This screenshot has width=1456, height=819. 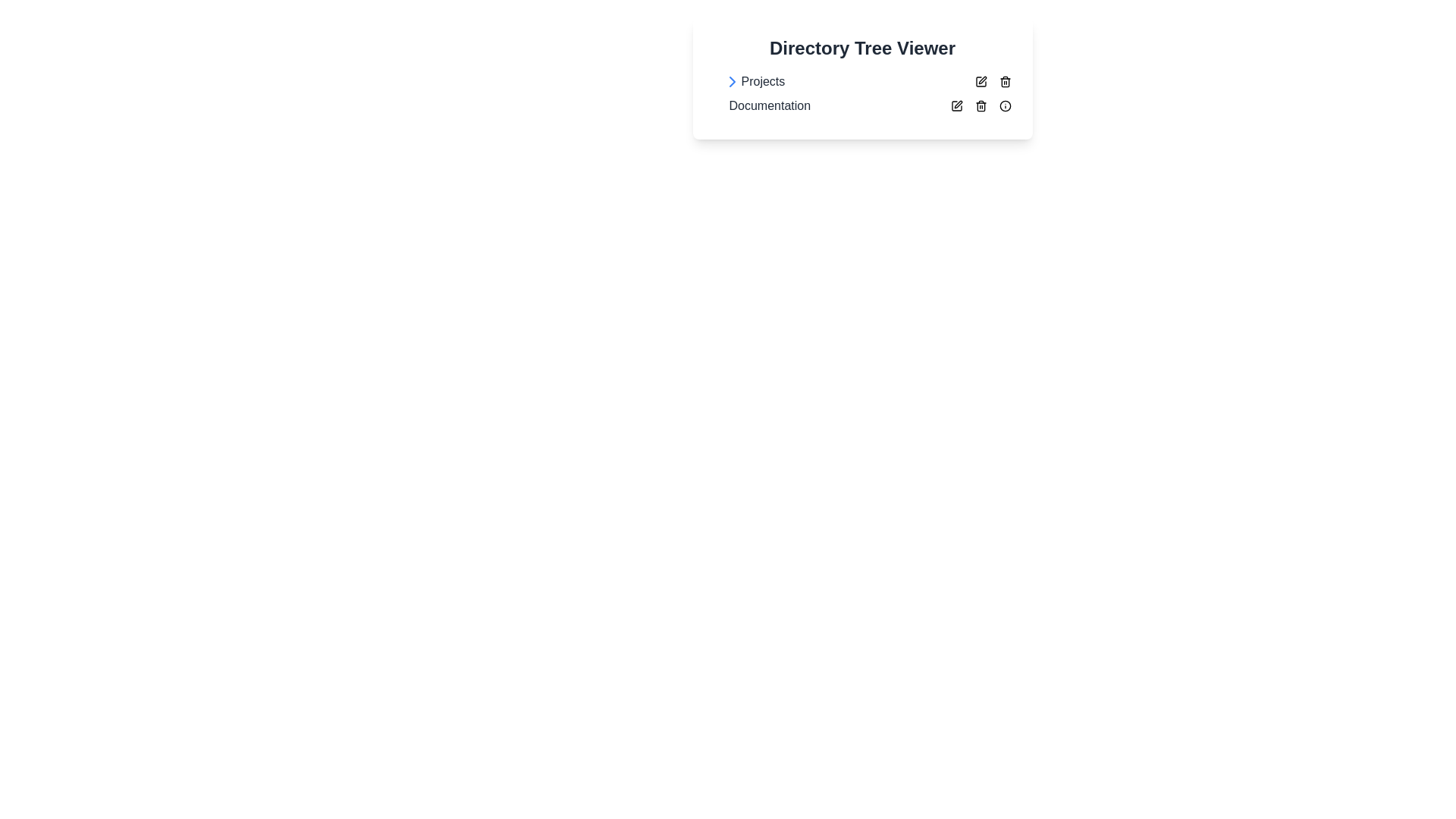 I want to click on the chevron arrow icon located in the top-right corner of the 'Directory Tree Viewer' card, so click(x=732, y=82).